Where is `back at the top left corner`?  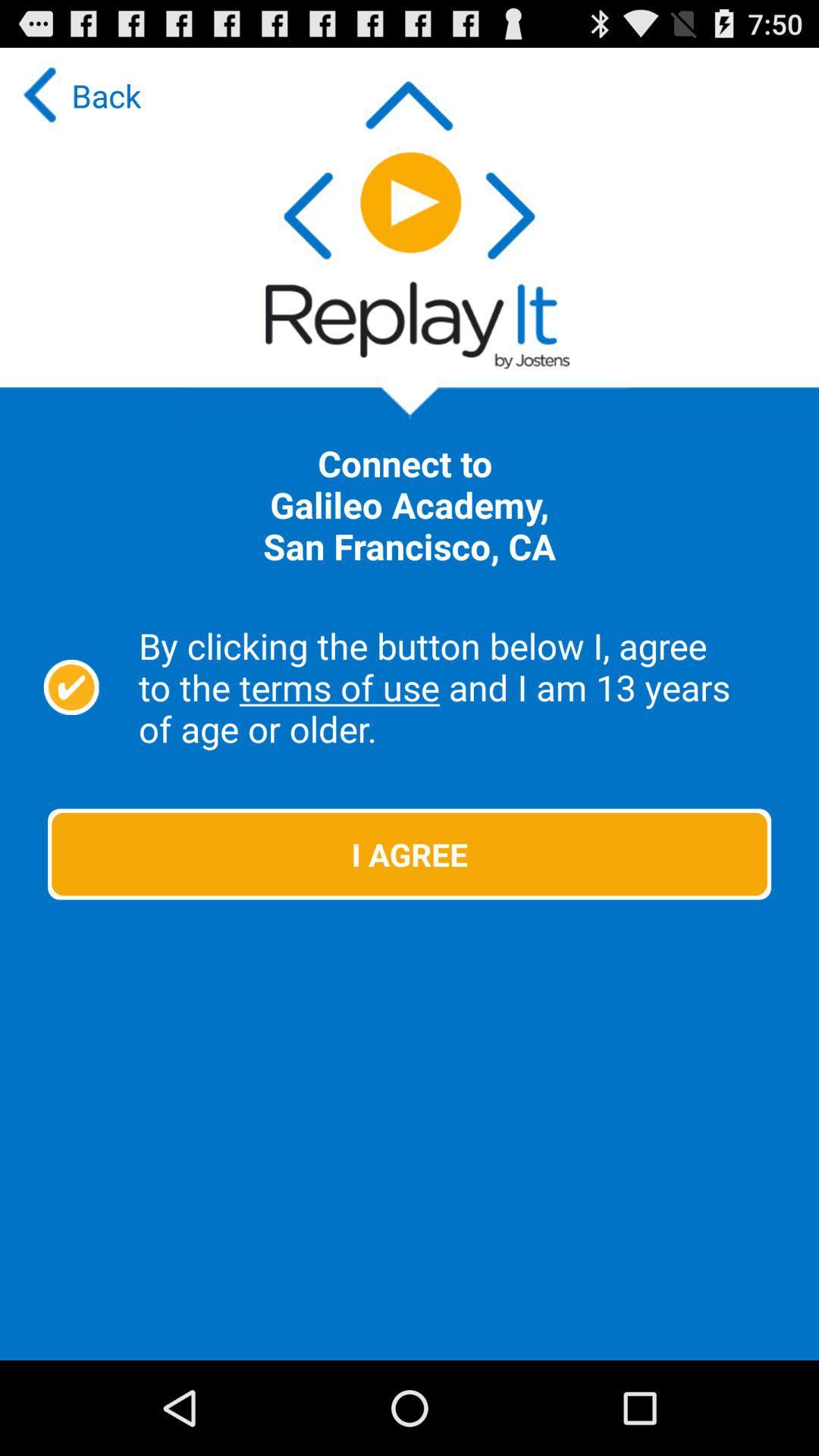
back at the top left corner is located at coordinates (78, 94).